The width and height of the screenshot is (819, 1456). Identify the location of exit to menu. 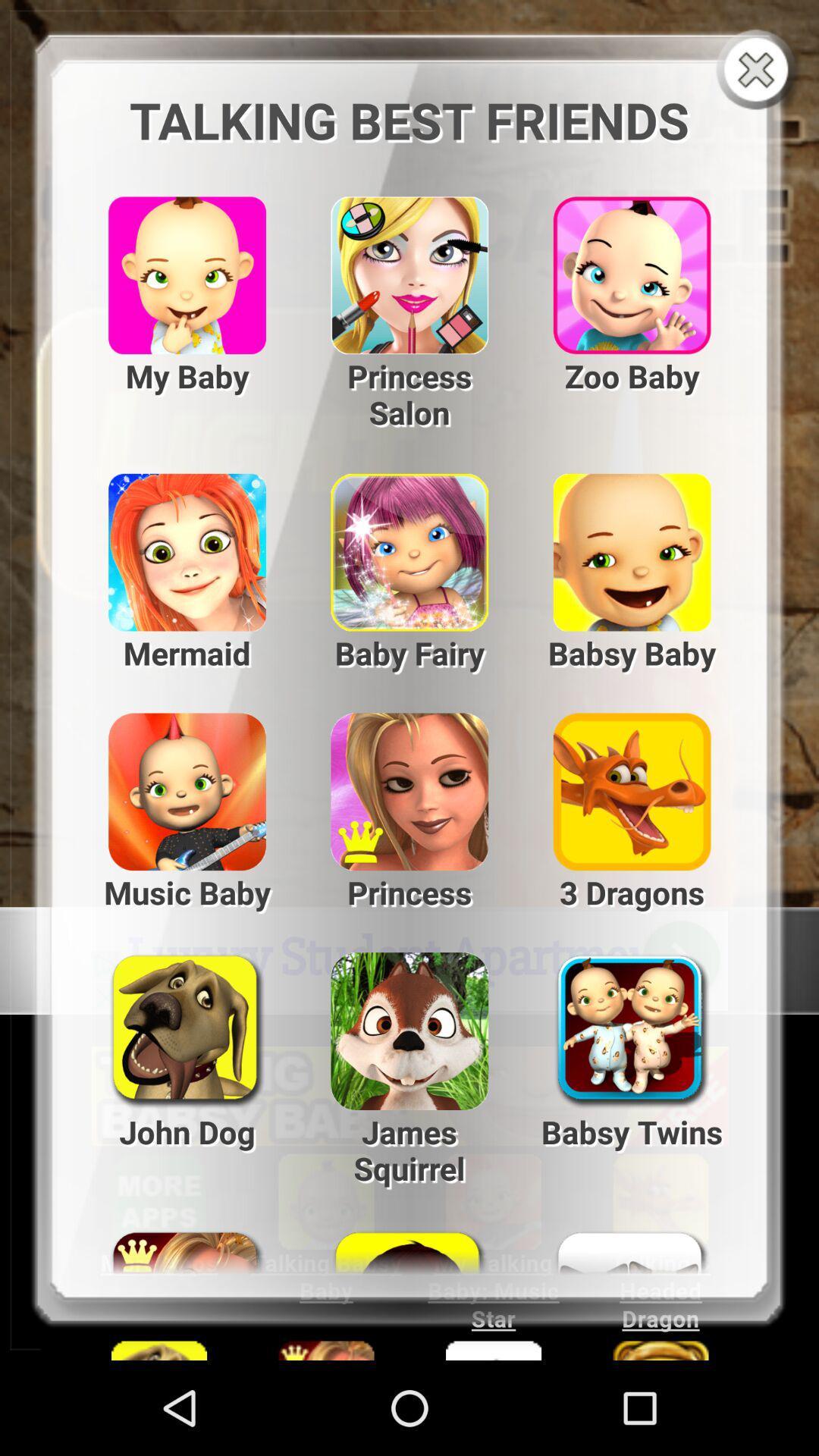
(759, 71).